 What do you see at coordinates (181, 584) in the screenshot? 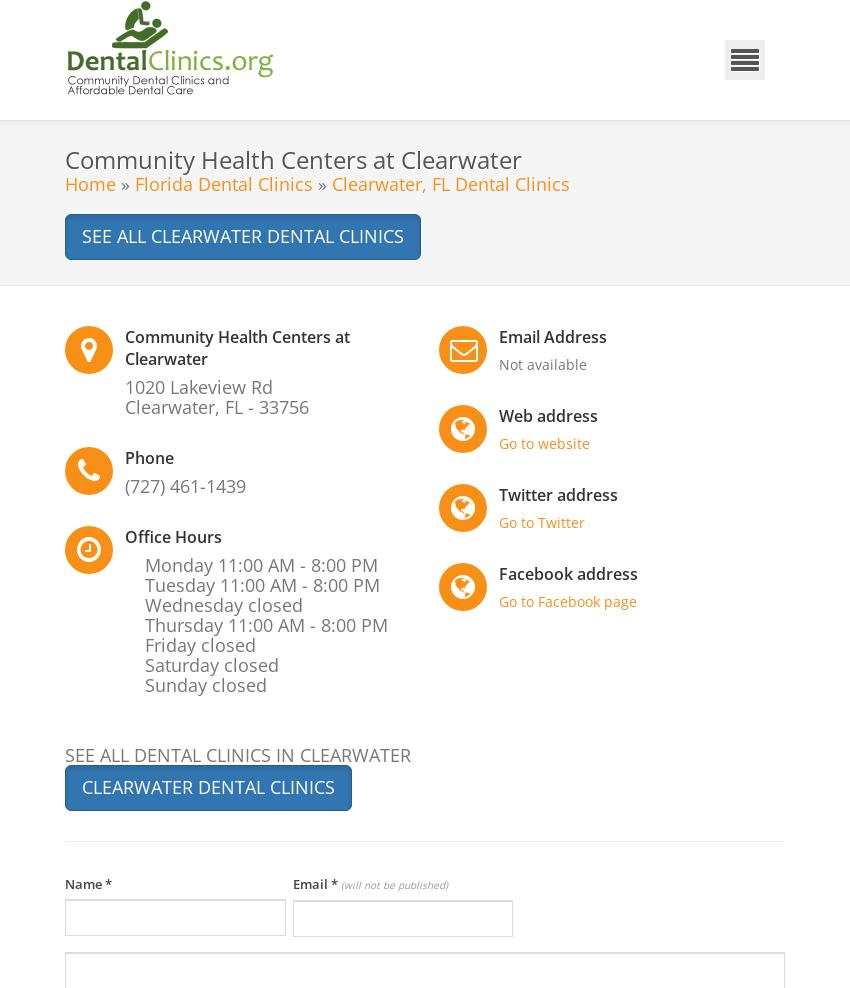
I see `'Tuesday'` at bounding box center [181, 584].